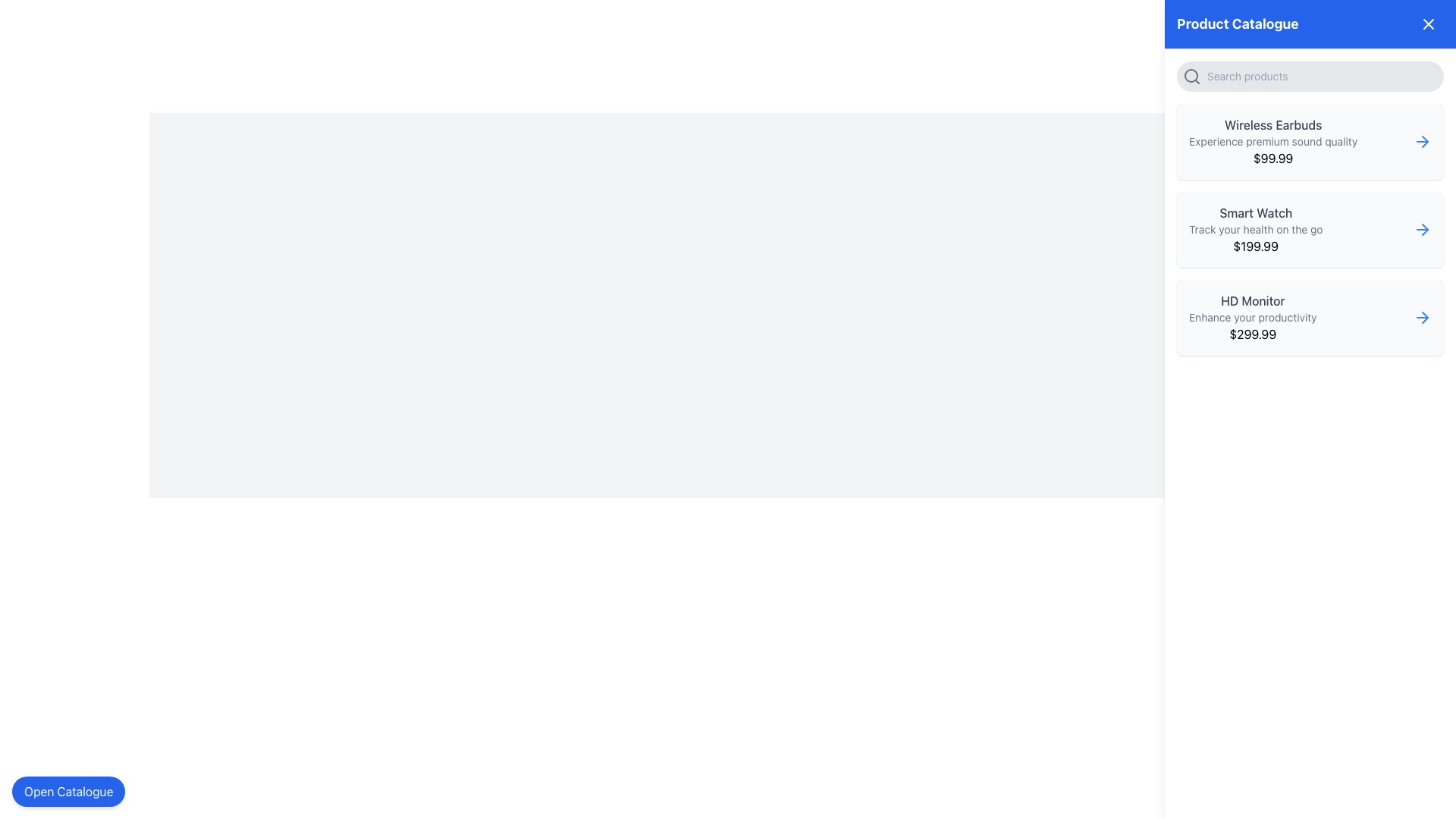 The height and width of the screenshot is (819, 1456). What do you see at coordinates (1253, 317) in the screenshot?
I see `descriptive text 'Enhance your productivity' located below the title 'HD Monitor' and above the price '$299.99' in the product listing card` at bounding box center [1253, 317].